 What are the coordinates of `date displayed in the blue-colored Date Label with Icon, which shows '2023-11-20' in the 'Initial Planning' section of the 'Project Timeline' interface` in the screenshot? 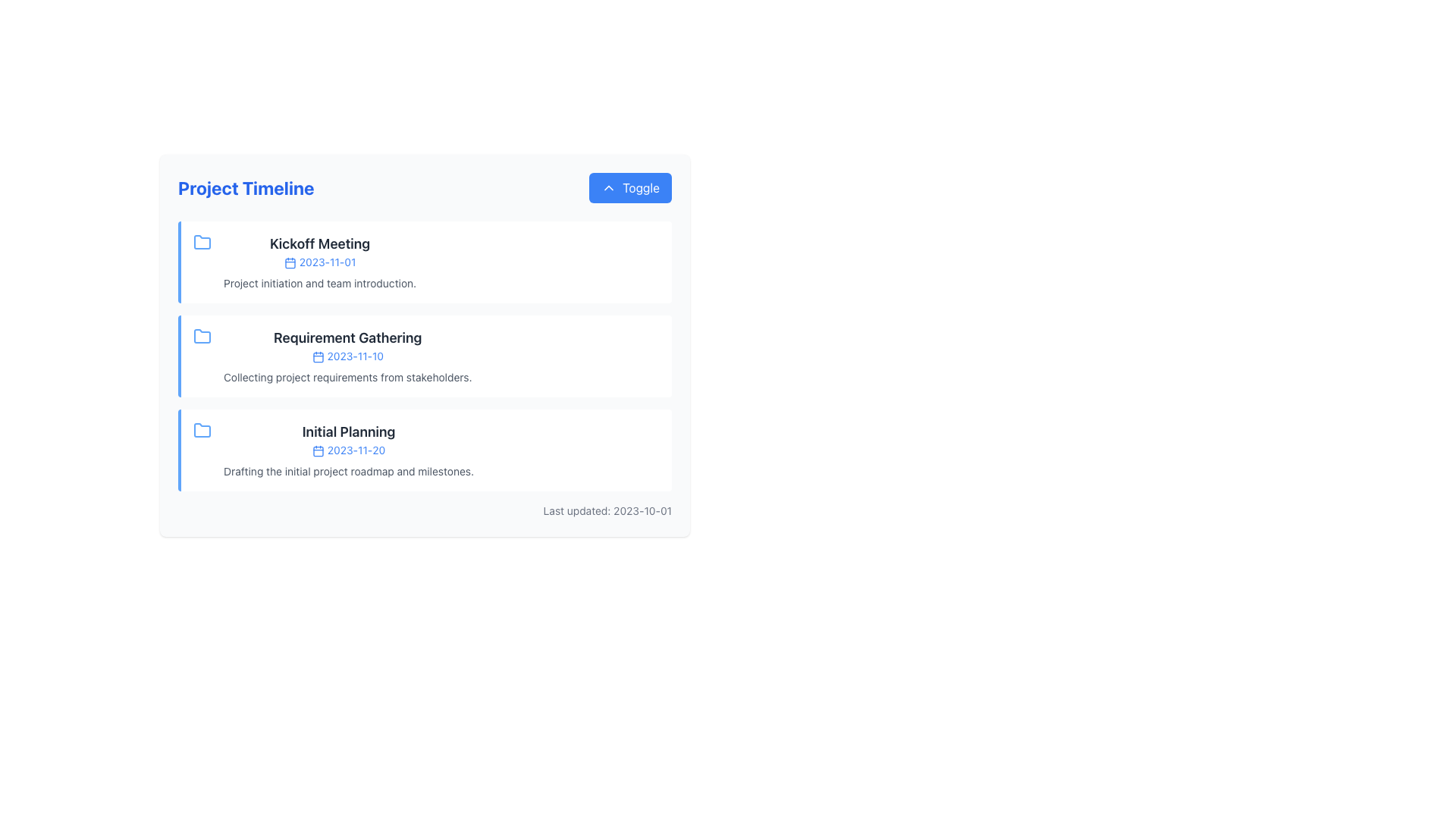 It's located at (348, 450).